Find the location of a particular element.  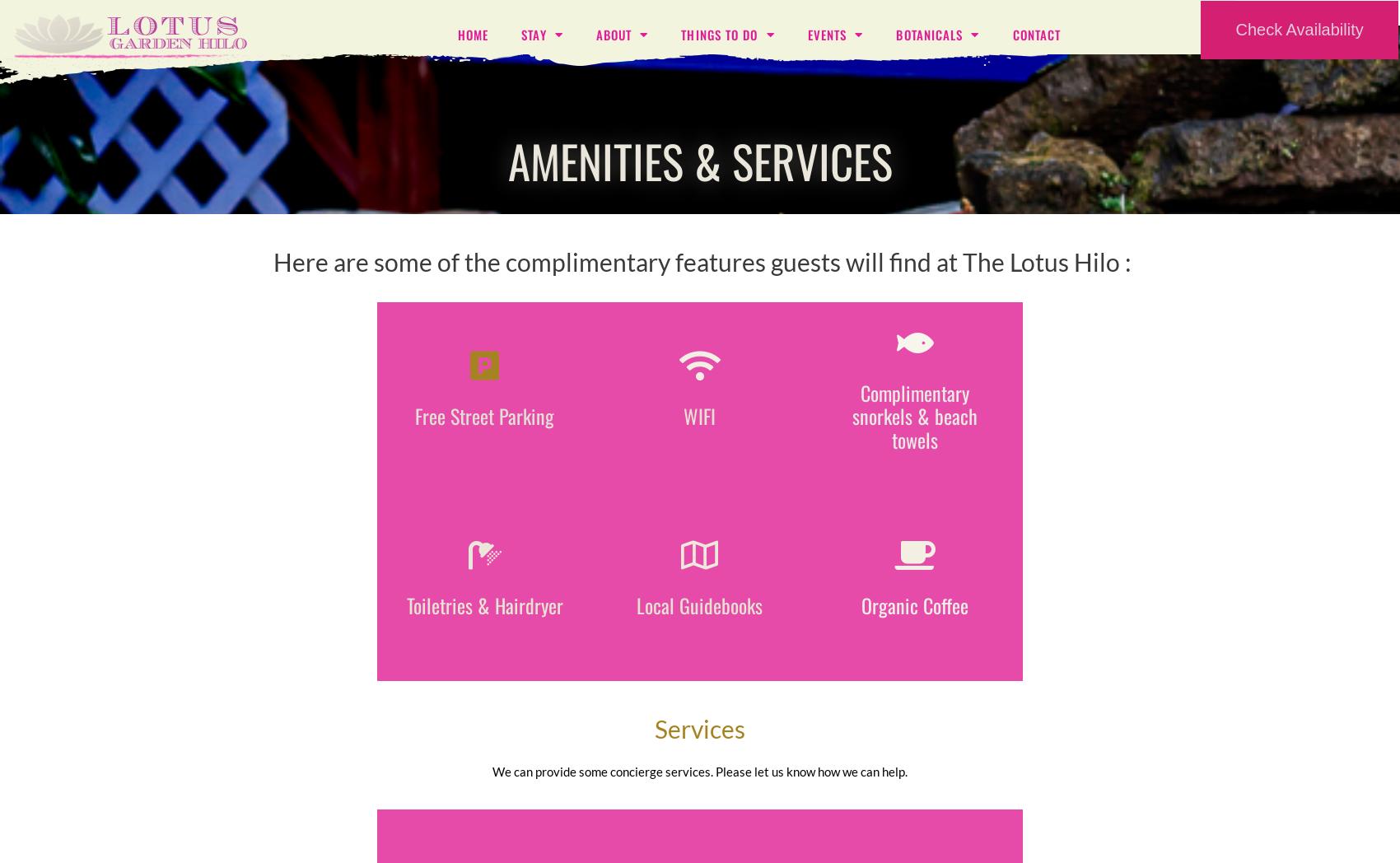

'Check Availability' is located at coordinates (1299, 29).